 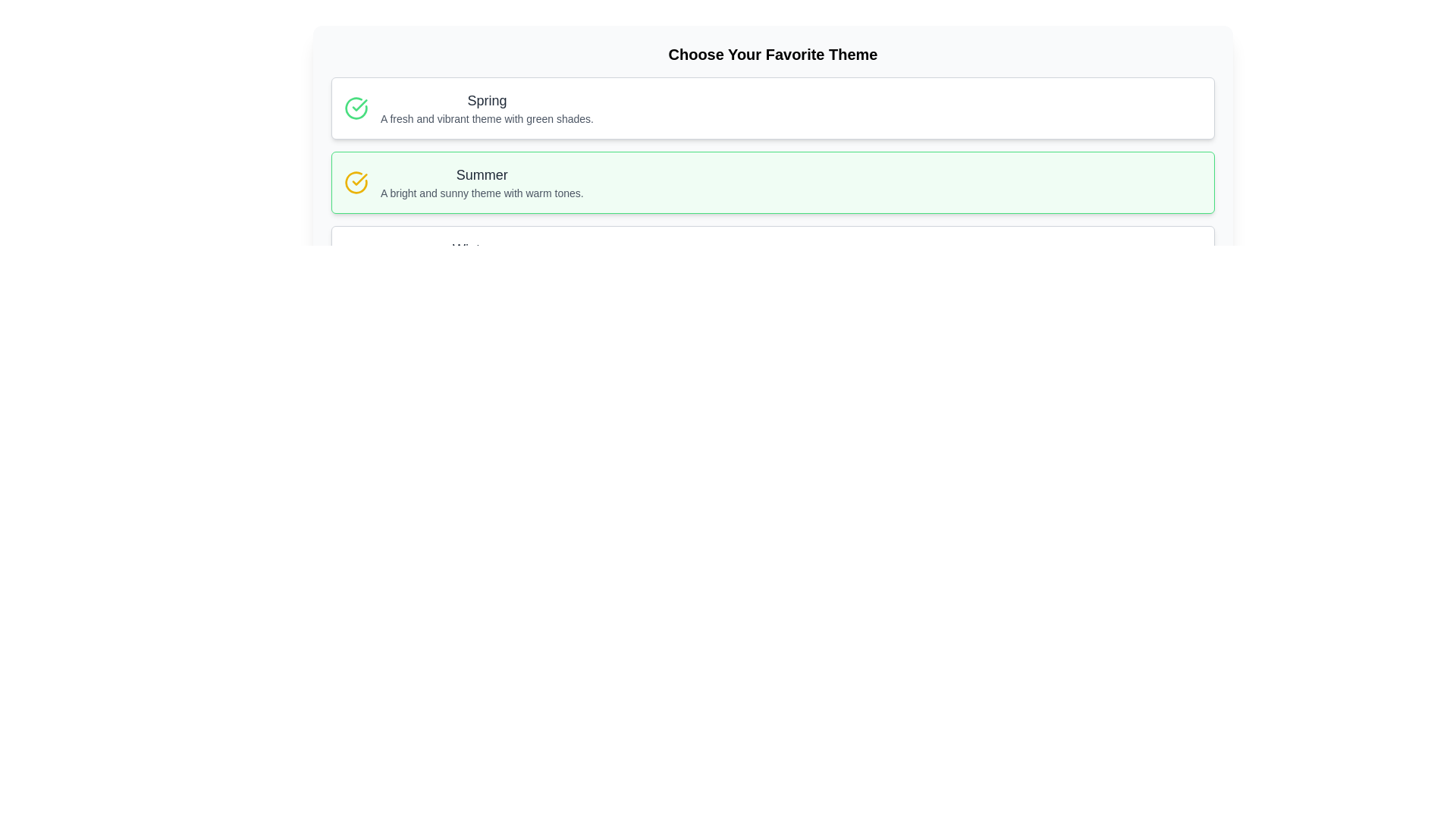 What do you see at coordinates (481, 181) in the screenshot?
I see `the text block containing the bold header 'Summer' and the description 'A bright and sunny theme with warm tones.' which is located in the second card of a vertically stacked list` at bounding box center [481, 181].